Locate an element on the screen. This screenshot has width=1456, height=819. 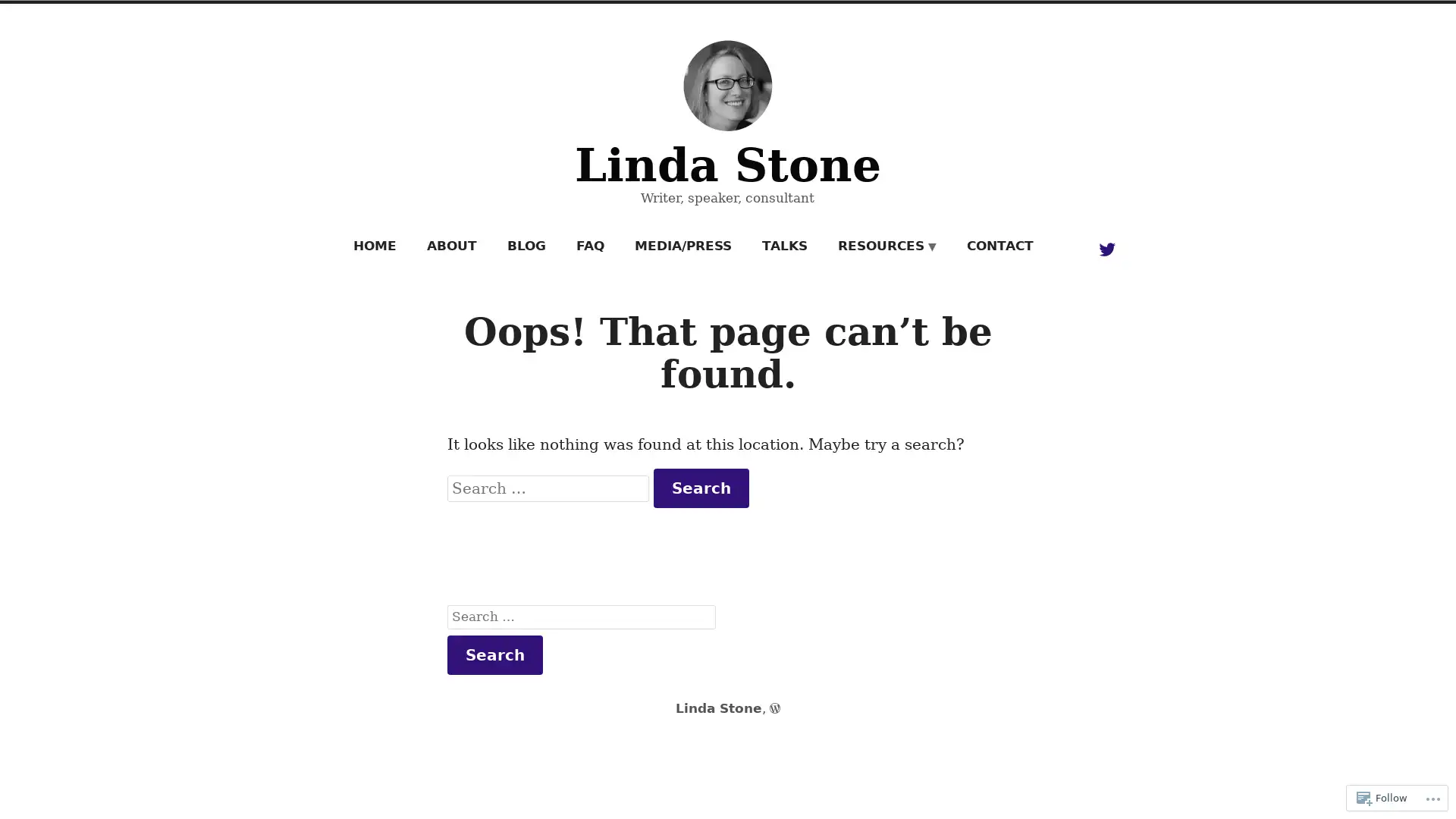
Search is located at coordinates (494, 654).